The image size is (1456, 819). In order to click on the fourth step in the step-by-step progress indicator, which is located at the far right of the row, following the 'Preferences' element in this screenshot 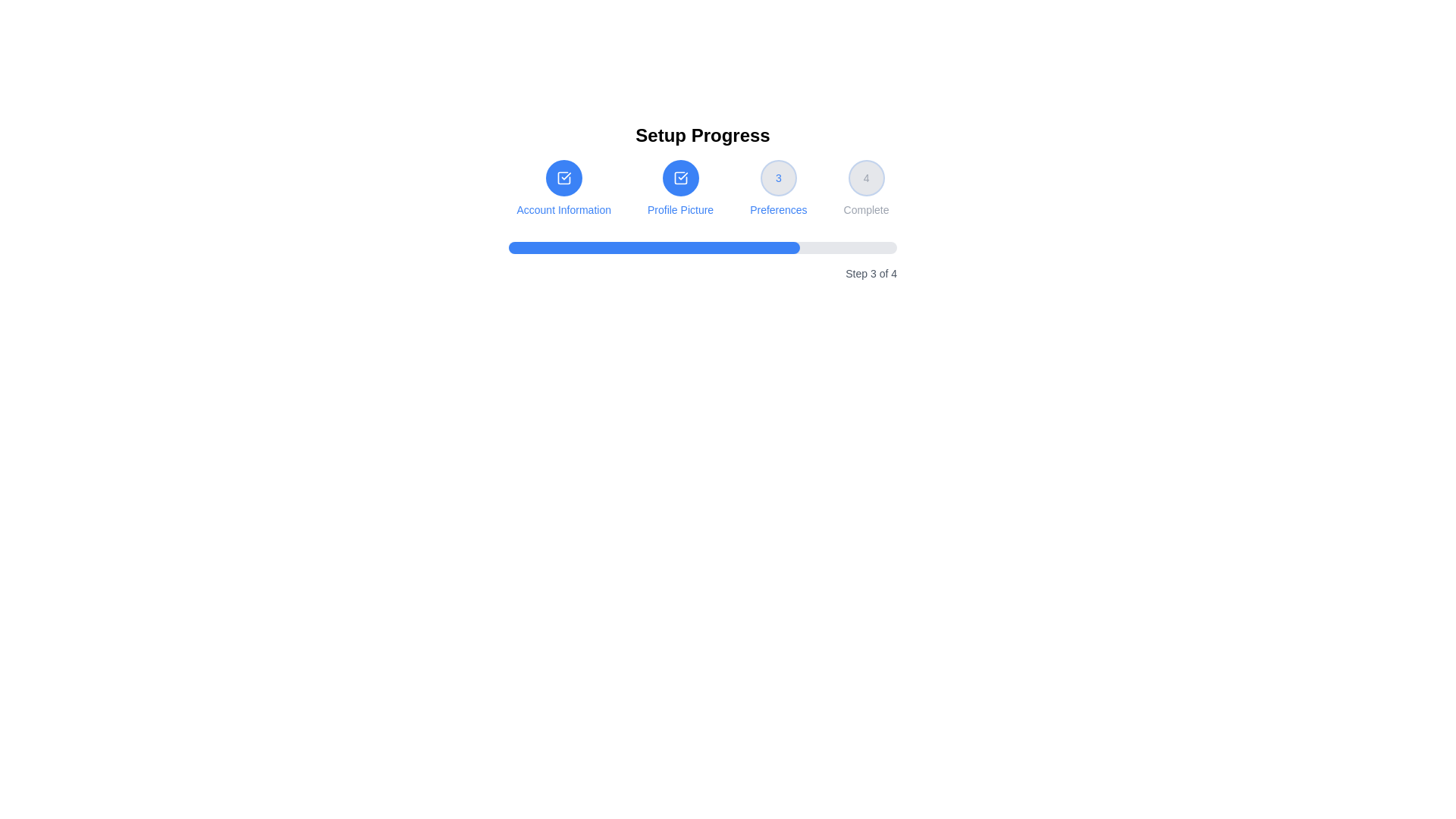, I will do `click(866, 188)`.